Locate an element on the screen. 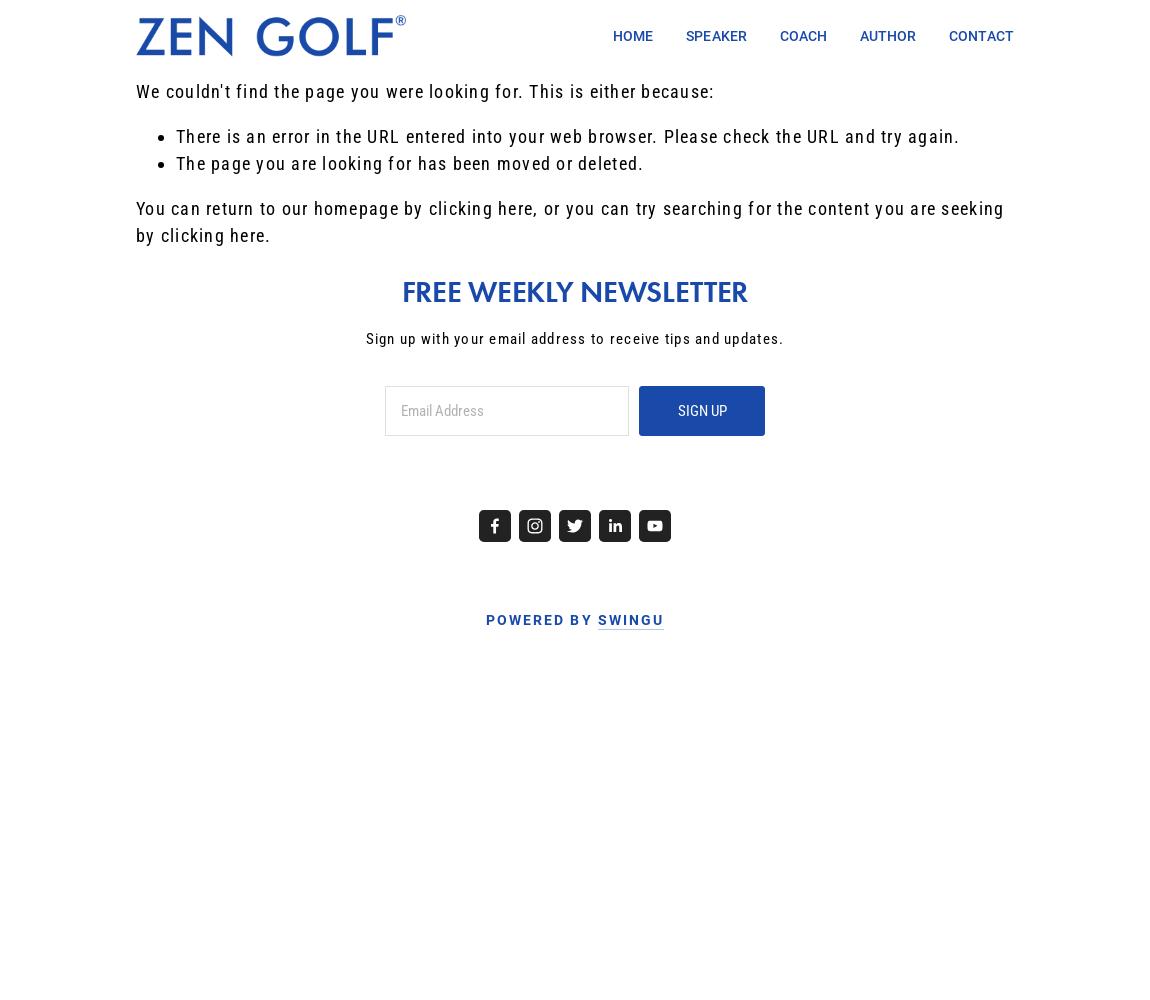  'You can return to our homepage by' is located at coordinates (135, 207).